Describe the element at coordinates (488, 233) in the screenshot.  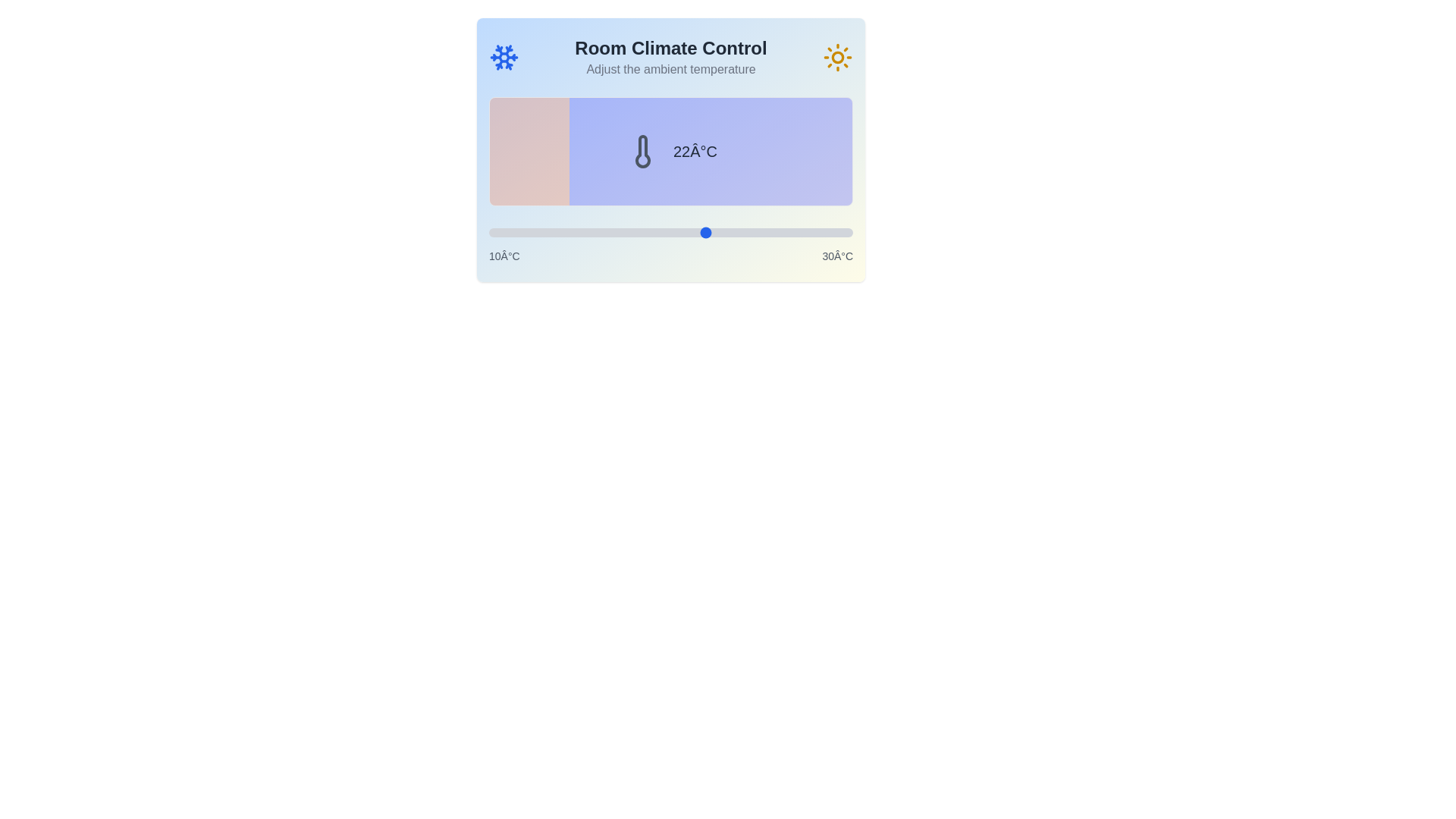
I see `the temperature slider to set the temperature to 10°C` at that location.